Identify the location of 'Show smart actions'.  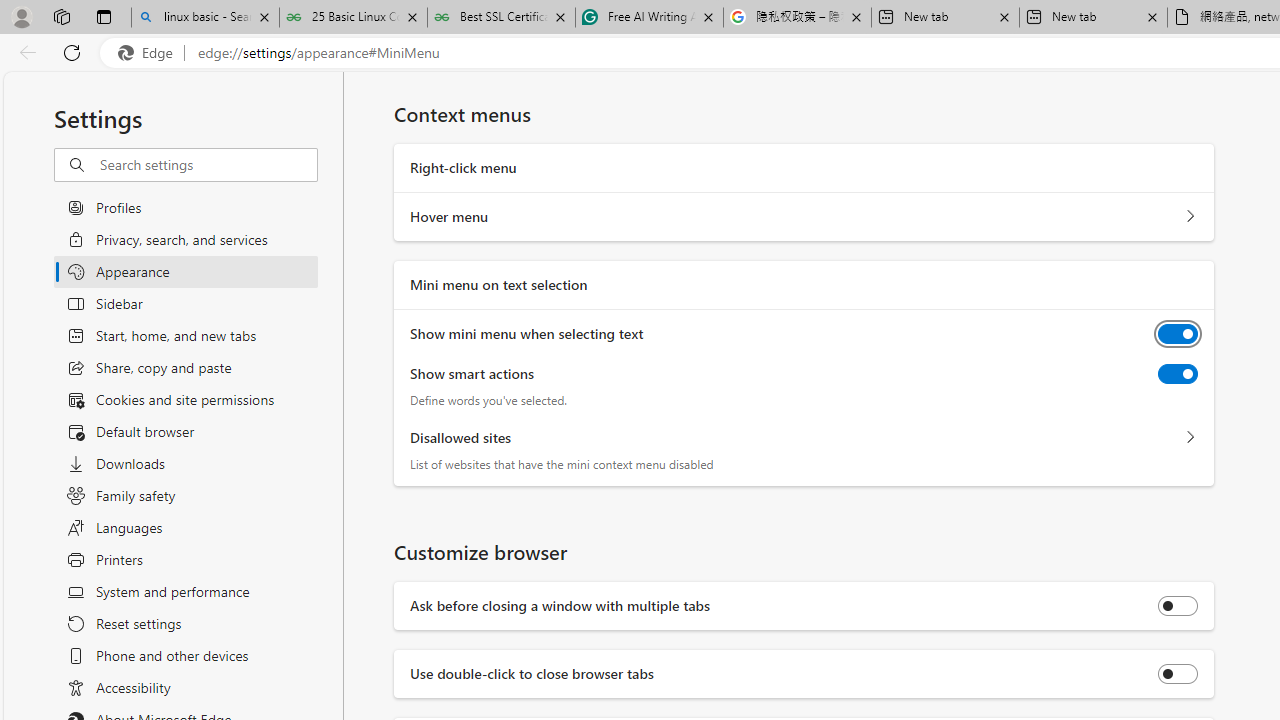
(1178, 374).